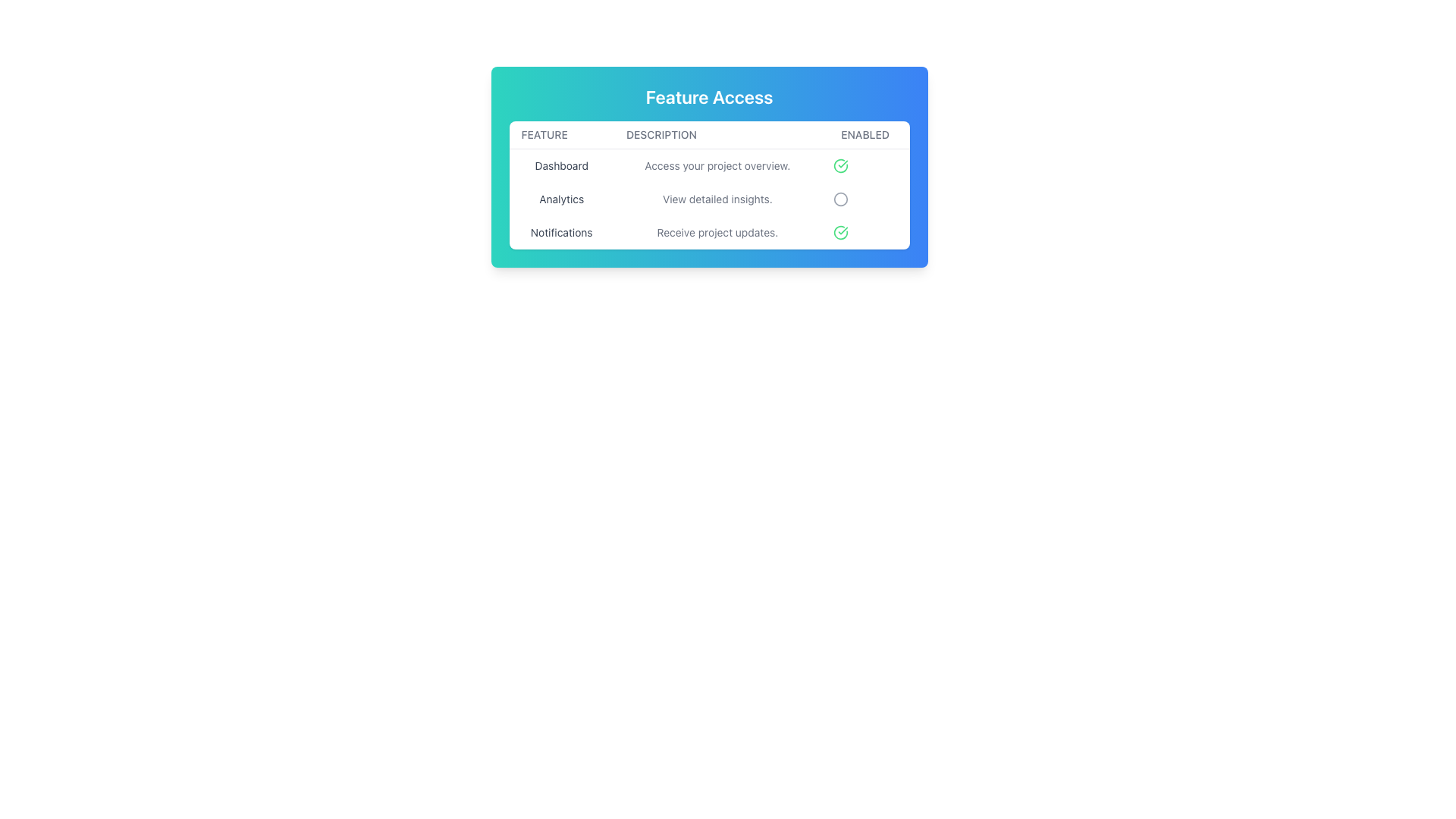 The image size is (1456, 819). I want to click on the first row in the 'Feature Access' table, which describes the 'Dashboard' feature and indicates its enabled status, so click(708, 165).